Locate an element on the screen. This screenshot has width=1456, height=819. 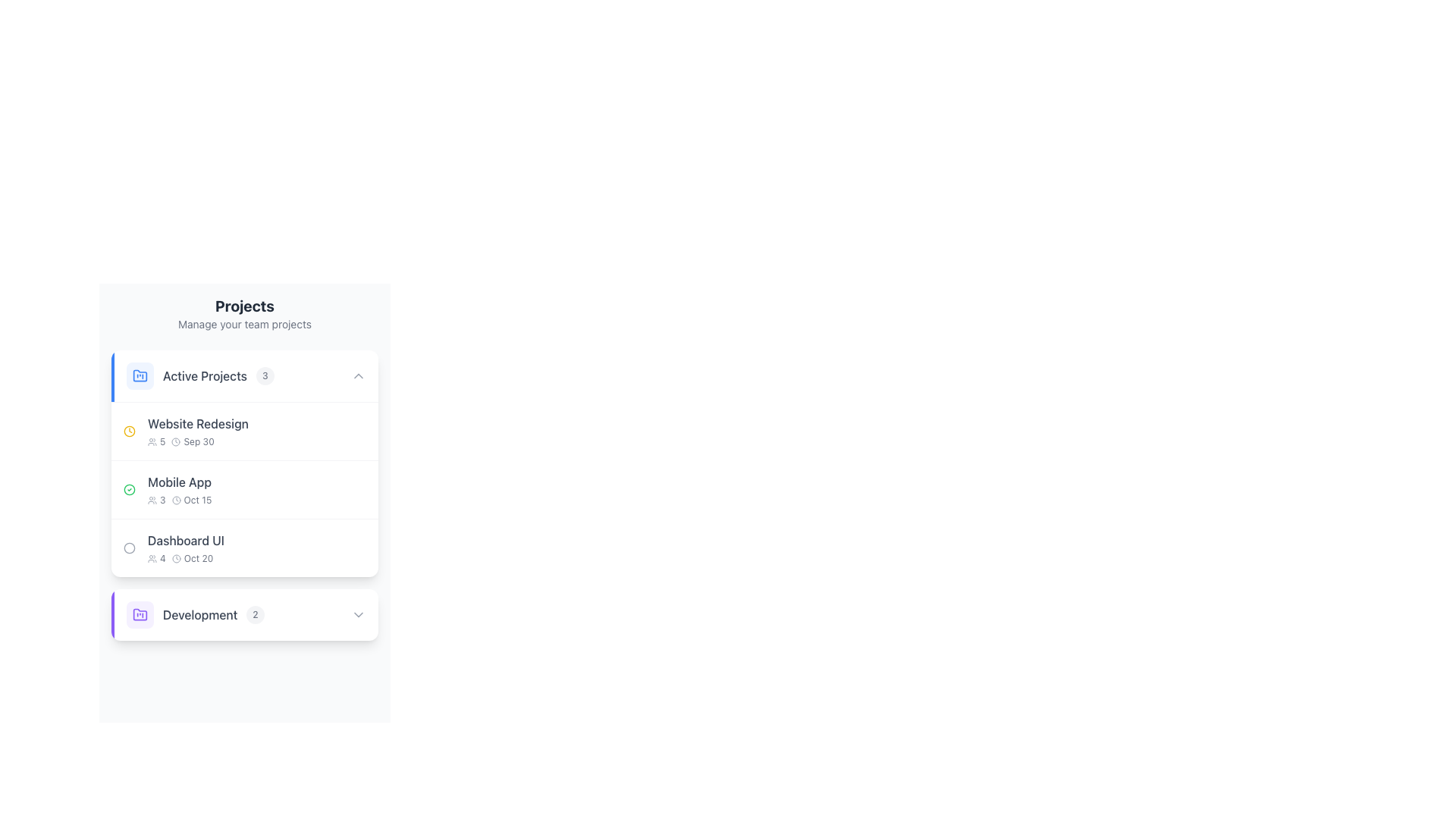
the List item that serves as an entry point is located at coordinates (244, 547).